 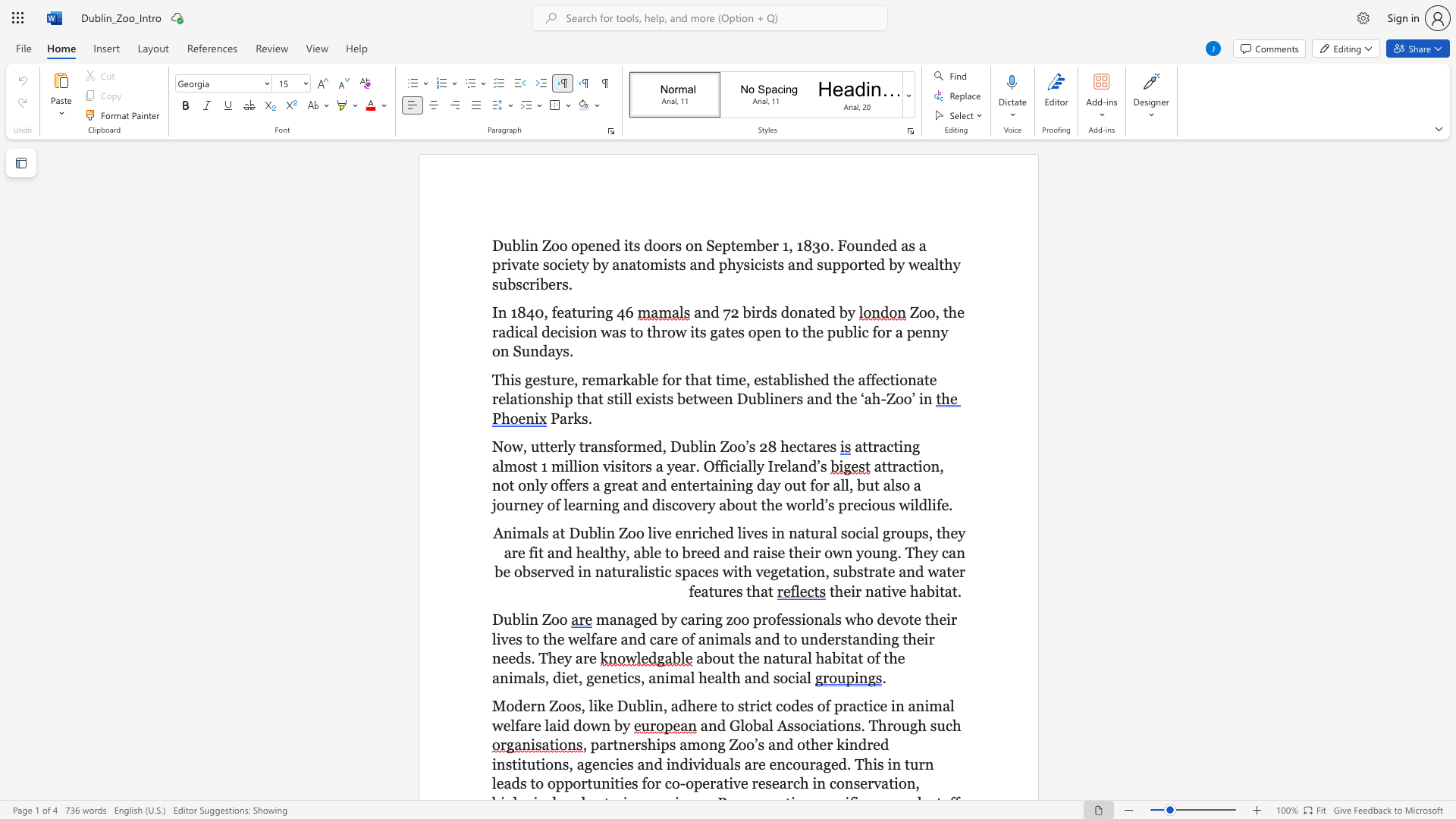 What do you see at coordinates (752, 504) in the screenshot?
I see `the subset text "t the world’s precious wil" within the text "a great and entertaining day out for all, but also a journey of learning and discovery about the world’s precious wildlife"` at bounding box center [752, 504].